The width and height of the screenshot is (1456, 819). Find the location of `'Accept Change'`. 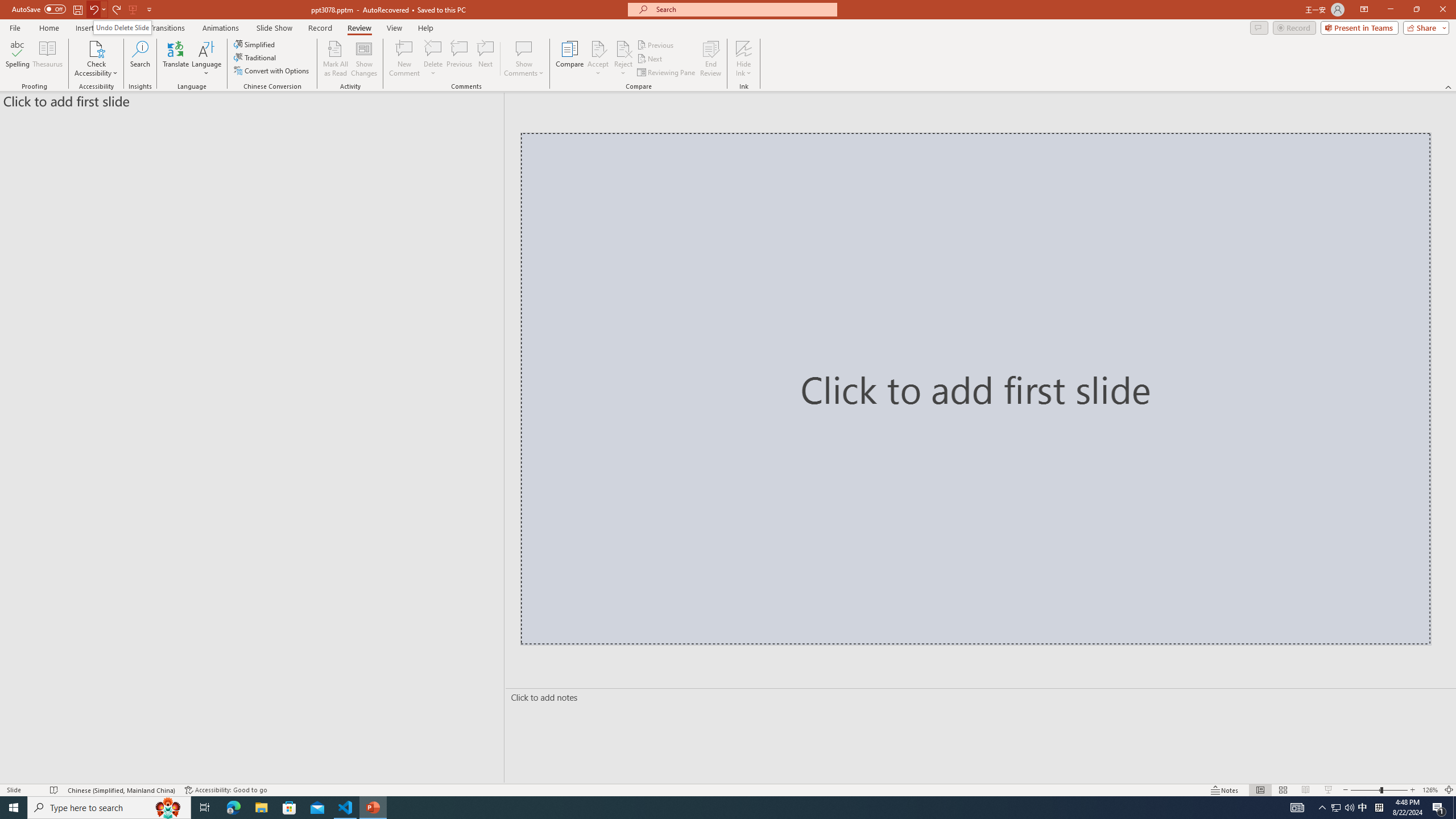

'Accept Change' is located at coordinates (598, 48).